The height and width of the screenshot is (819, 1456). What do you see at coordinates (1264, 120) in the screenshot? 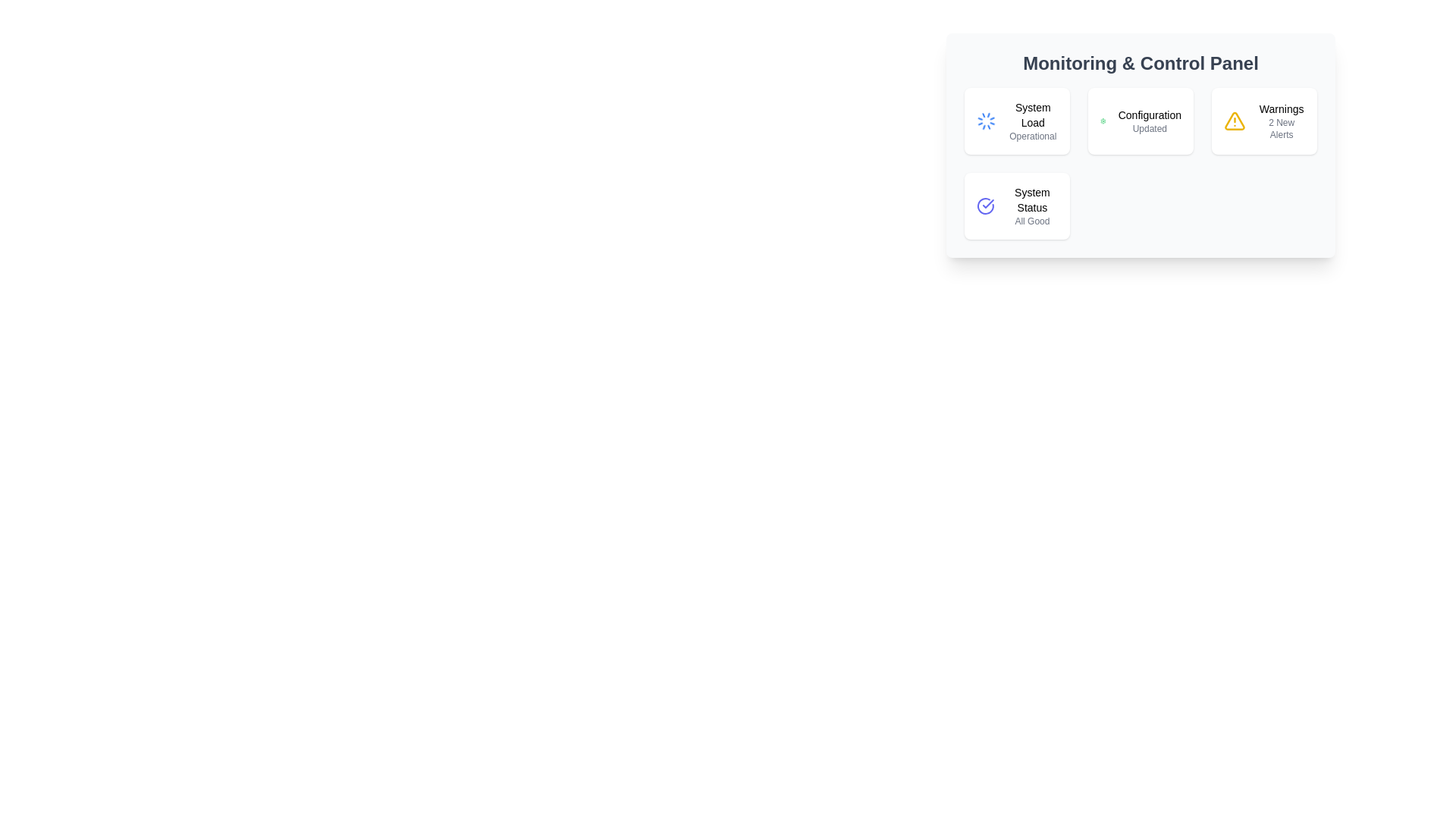
I see `the Notification card, which is the third item in a grid layout indicating alert statuses and new alerts, located in the top-right corner of the 'Monitoring & Control Panel.'` at bounding box center [1264, 120].